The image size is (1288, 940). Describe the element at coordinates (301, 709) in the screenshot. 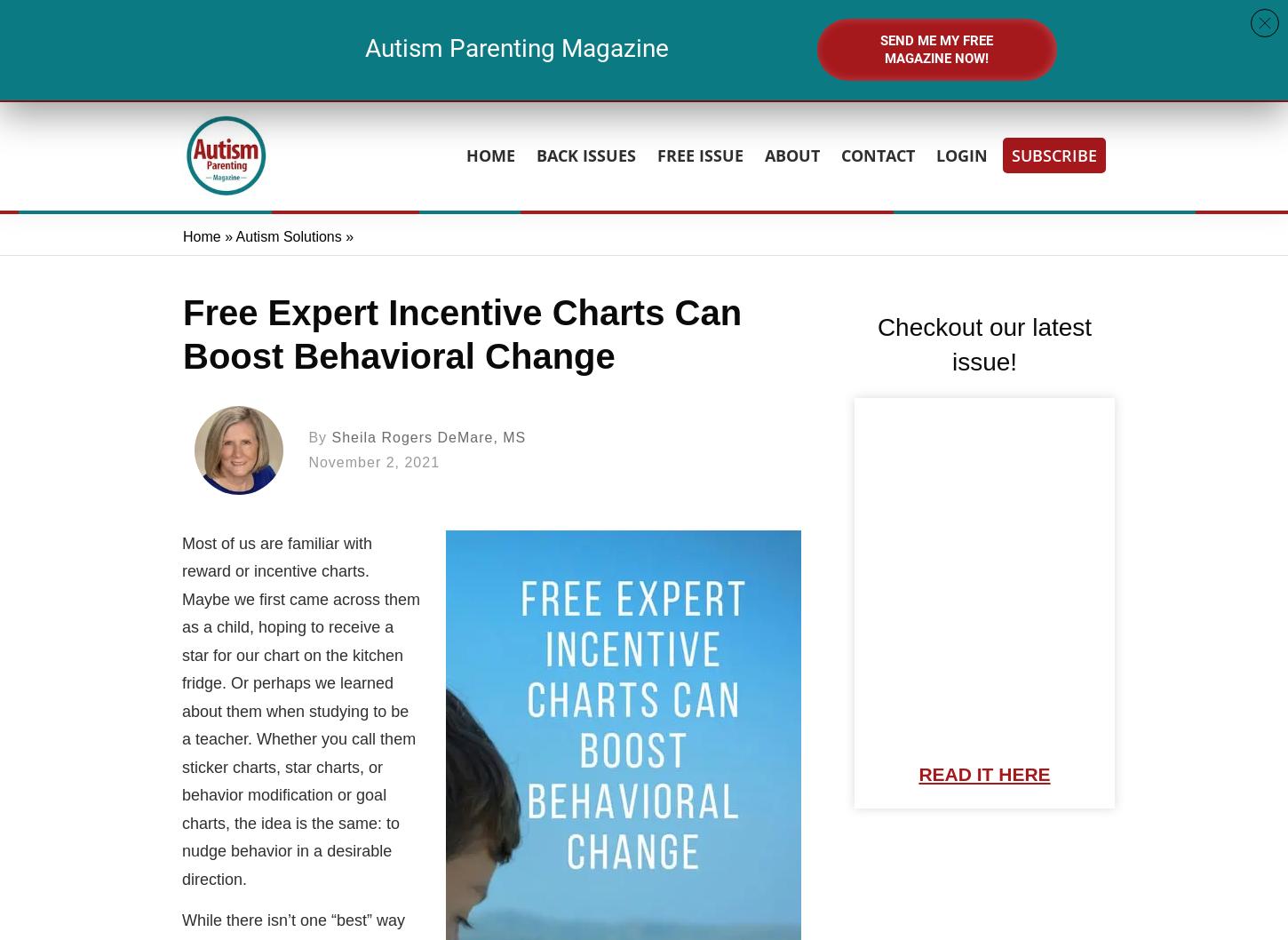

I see `'Most of us are familiar with reward or incentive charts. Maybe we first came across them as a child, hoping to receive a star for our chart on the kitchen fridge. Or perhaps we learned about them when studying to be a teacher. Whether you call them sticker charts, star charts, or behavior modification or goal charts, the idea is the same: to nudge behavior in a desirable direction.'` at that location.